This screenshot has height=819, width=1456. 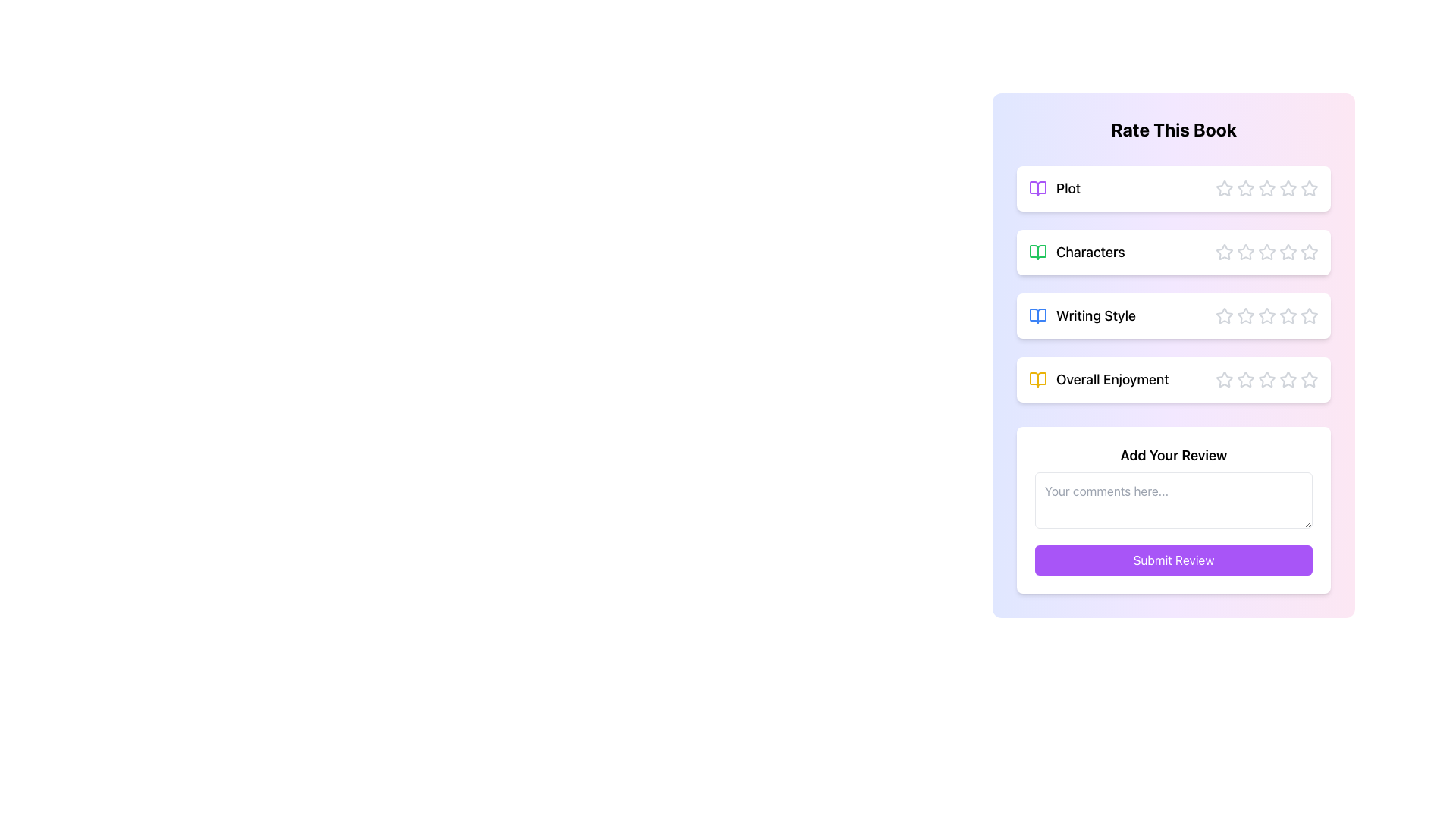 What do you see at coordinates (1223, 187) in the screenshot?
I see `the first star icon to provide a rating for the 'Plot' category under the 'Rate This Book' heading` at bounding box center [1223, 187].